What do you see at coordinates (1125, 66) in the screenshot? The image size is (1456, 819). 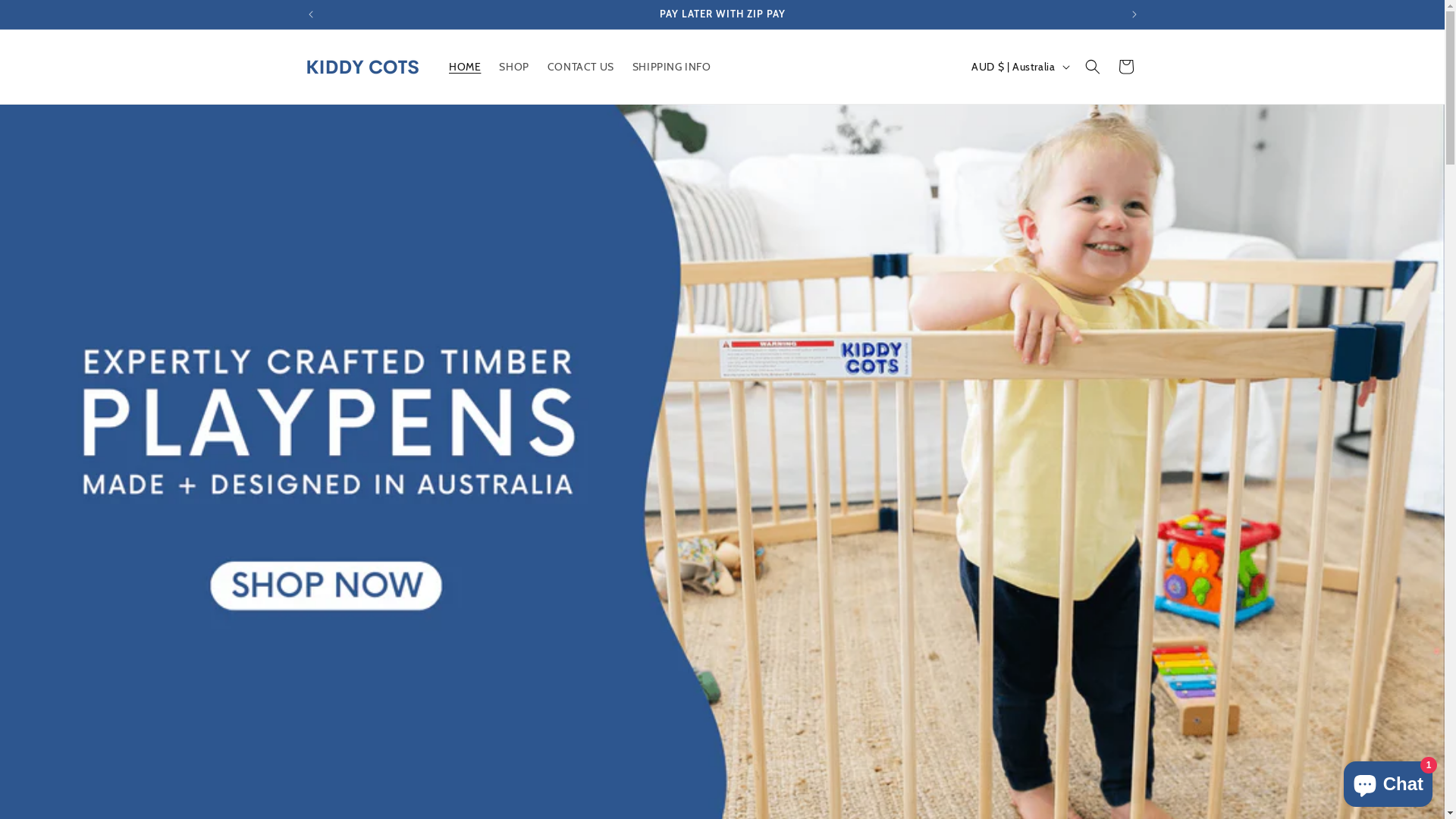 I see `'Cart'` at bounding box center [1125, 66].